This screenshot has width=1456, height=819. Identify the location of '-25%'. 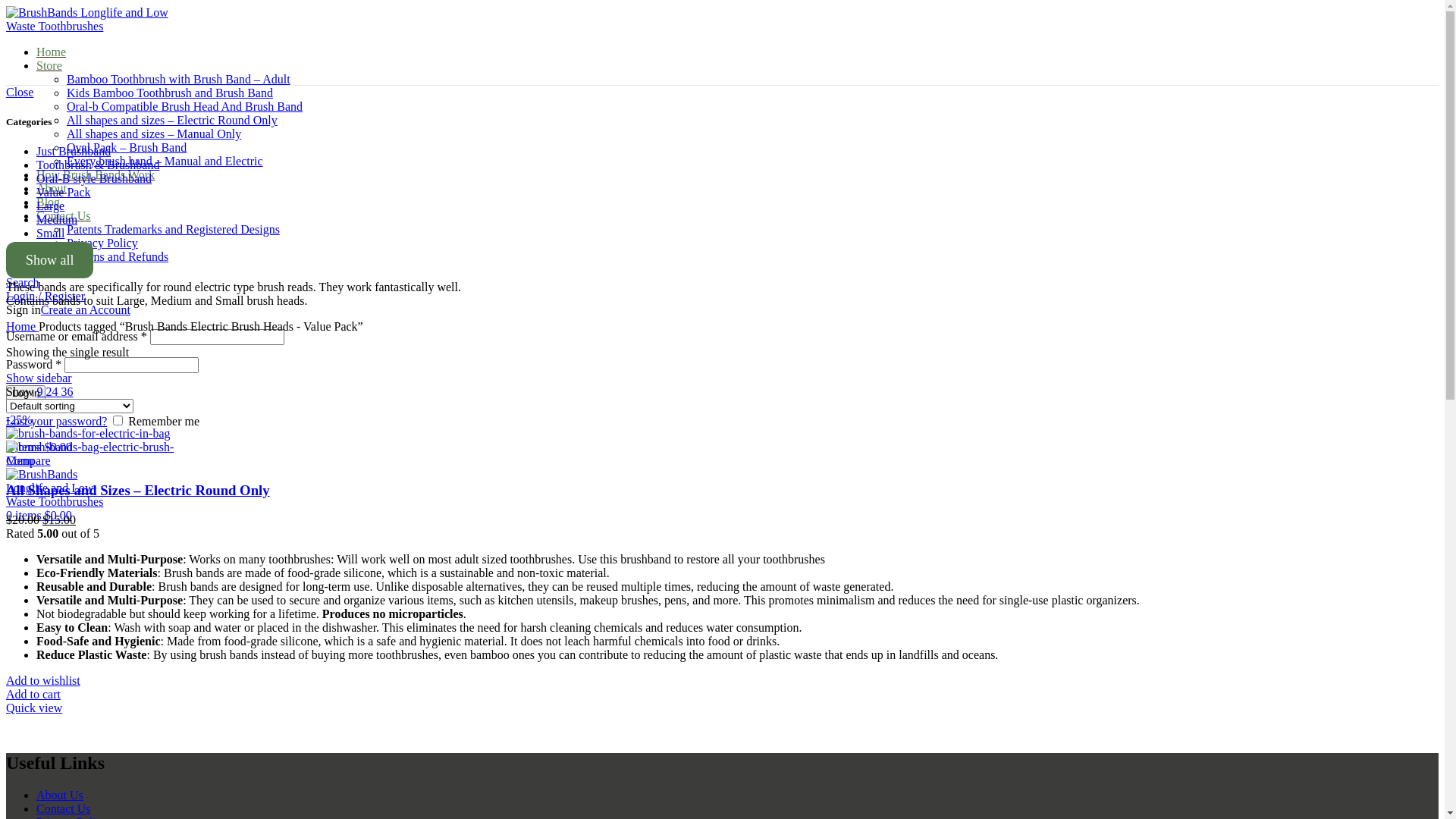
(6, 426).